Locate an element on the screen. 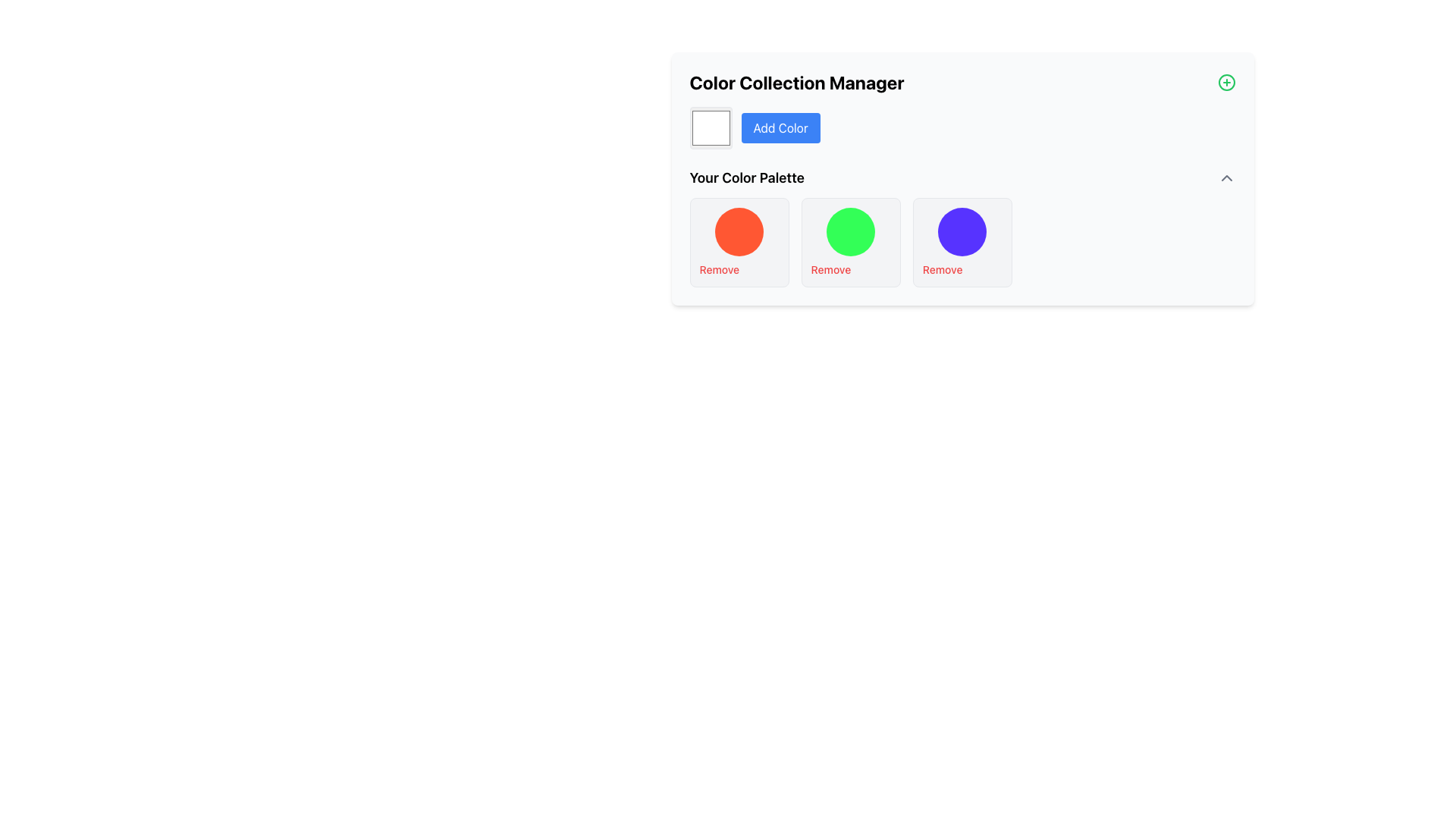 The width and height of the screenshot is (1456, 819). the third circular color indicator in the color palette section, which is bright purple and positioned above the 'Remove' button is located at coordinates (962, 231).